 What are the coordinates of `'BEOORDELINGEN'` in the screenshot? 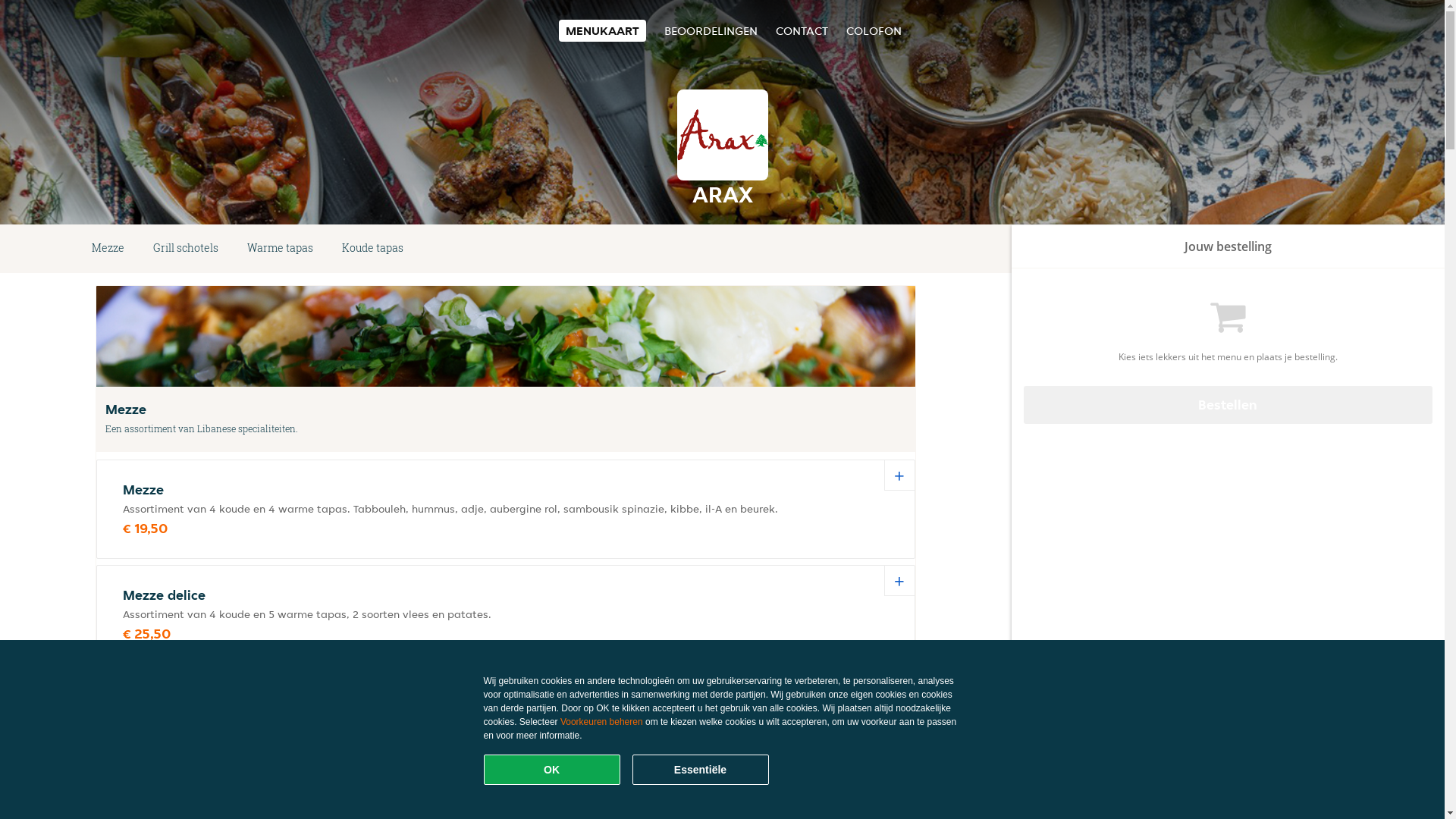 It's located at (664, 30).